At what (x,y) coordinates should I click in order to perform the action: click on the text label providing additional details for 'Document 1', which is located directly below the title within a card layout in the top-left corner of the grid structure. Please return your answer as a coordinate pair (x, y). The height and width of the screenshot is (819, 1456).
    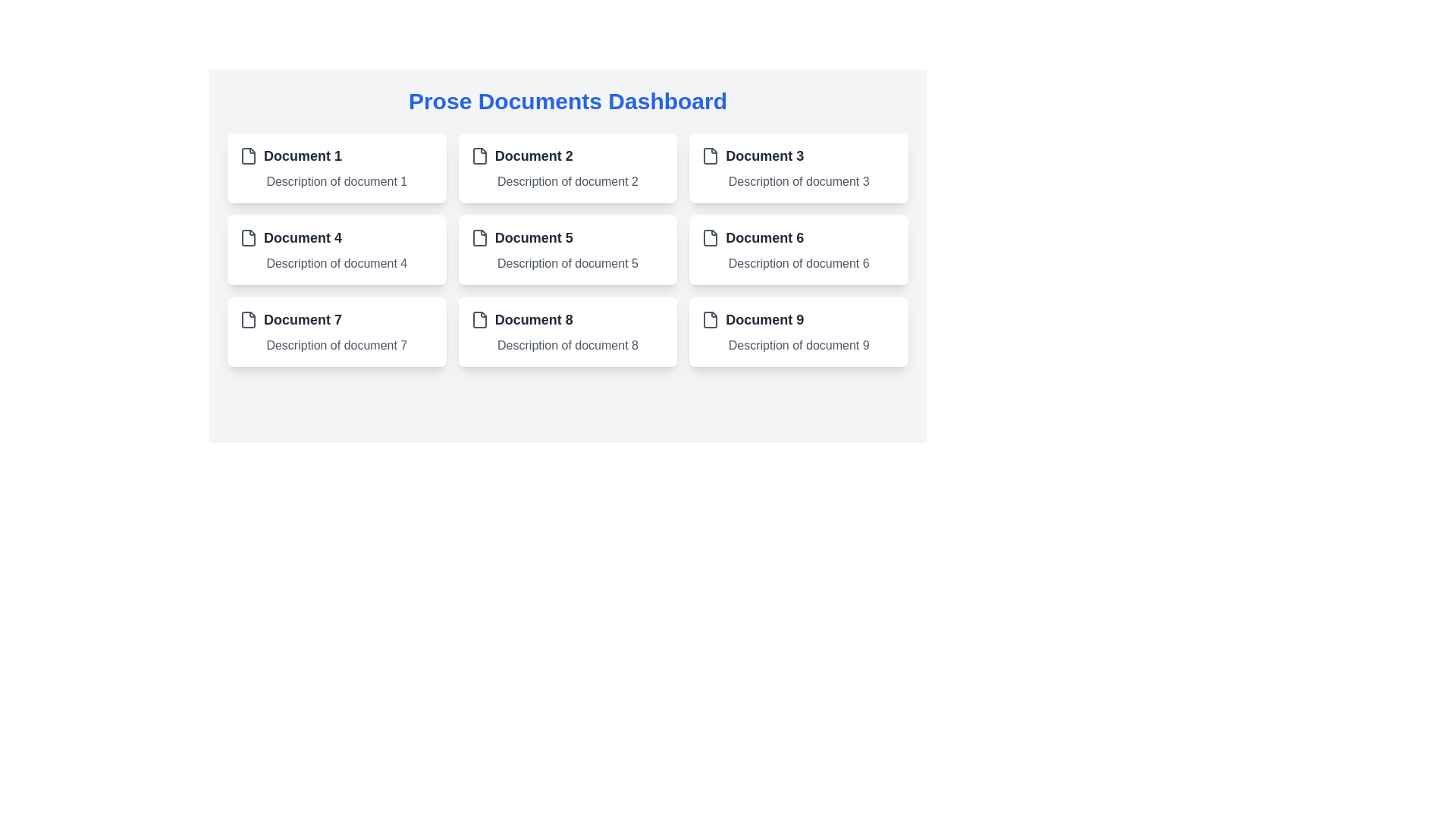
    Looking at the image, I should click on (336, 180).